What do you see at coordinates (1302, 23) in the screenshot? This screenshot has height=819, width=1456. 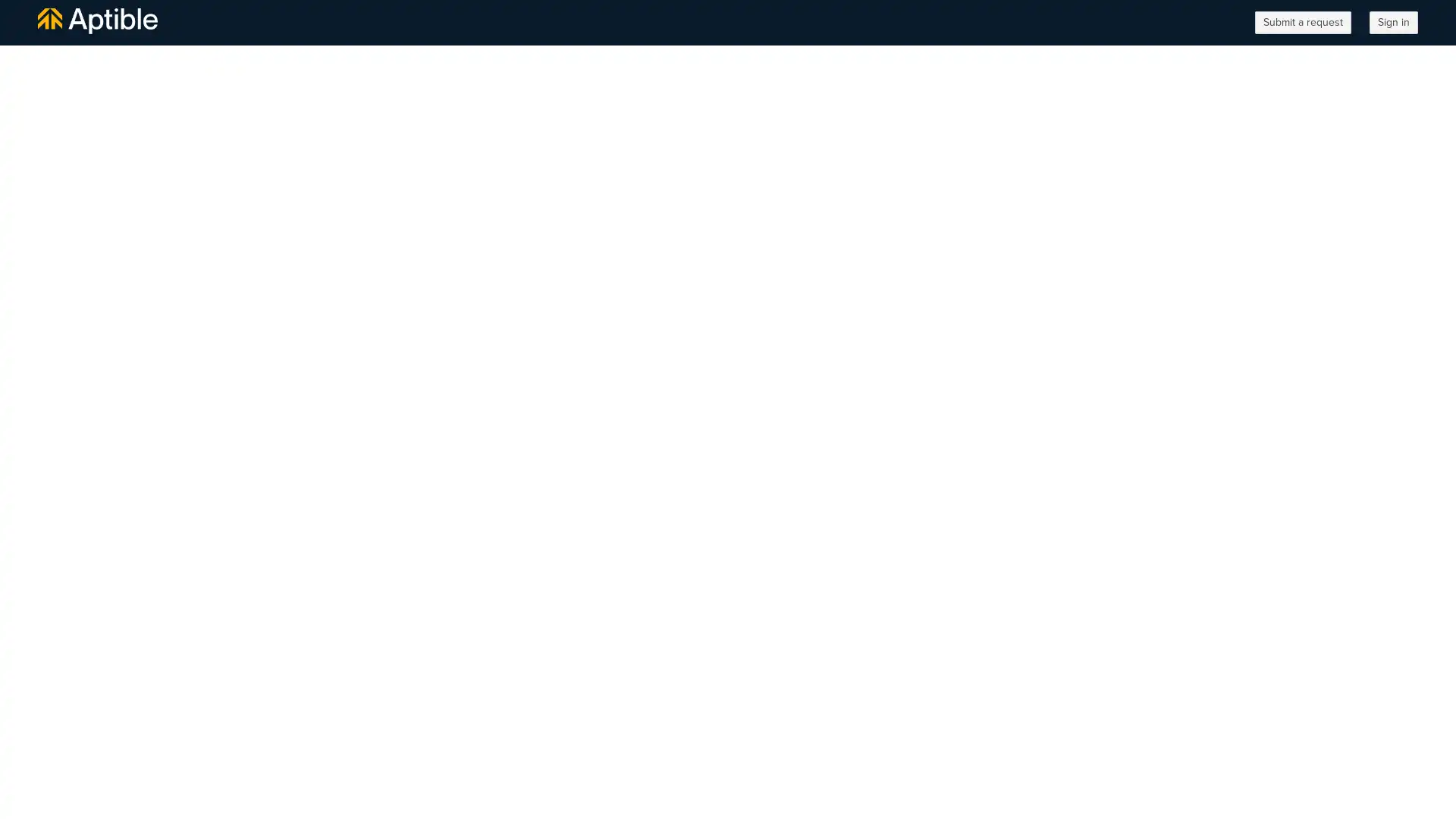 I see `Submit a request` at bounding box center [1302, 23].